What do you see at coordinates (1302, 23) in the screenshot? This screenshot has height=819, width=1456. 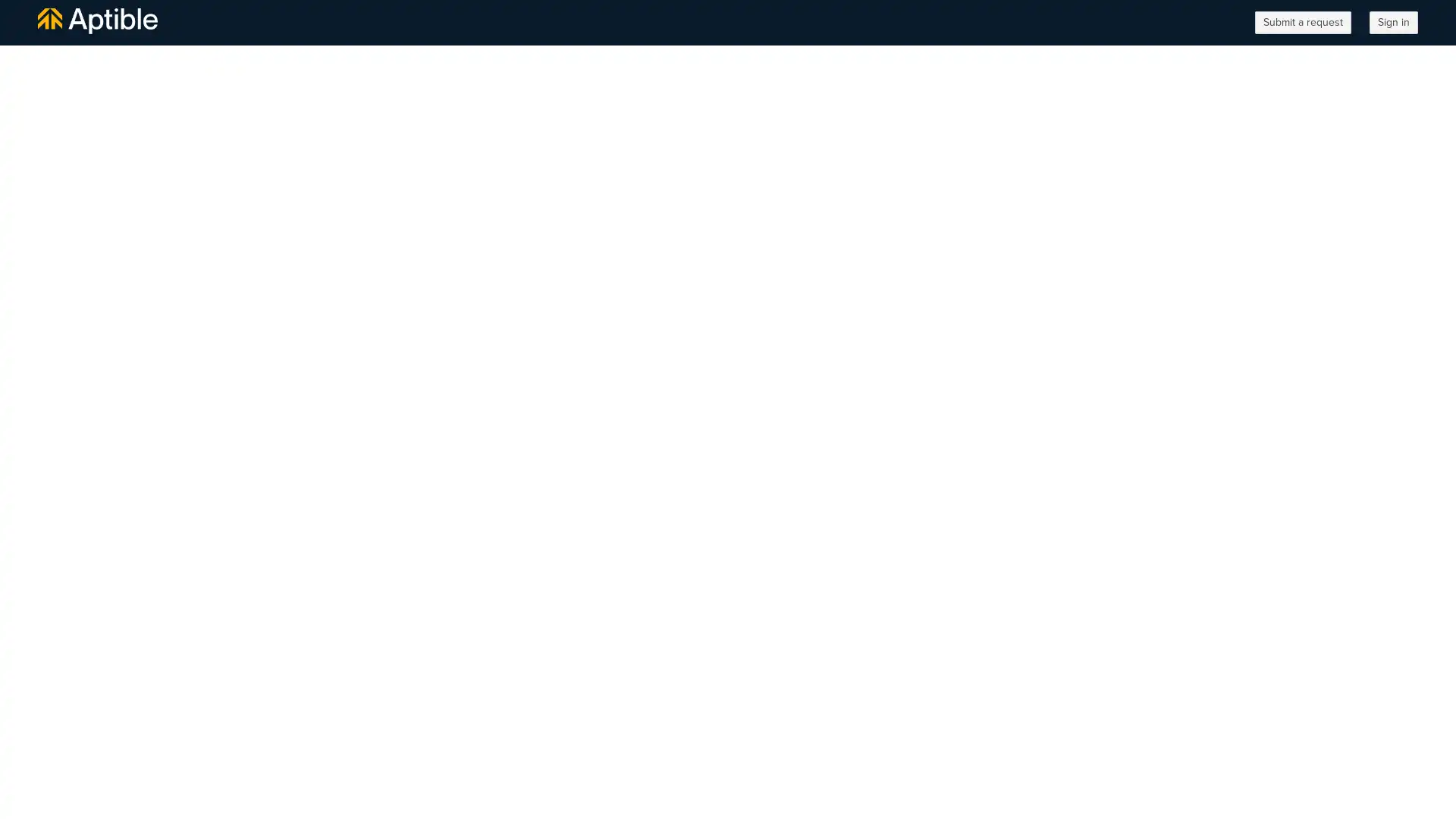 I see `Submit a request` at bounding box center [1302, 23].